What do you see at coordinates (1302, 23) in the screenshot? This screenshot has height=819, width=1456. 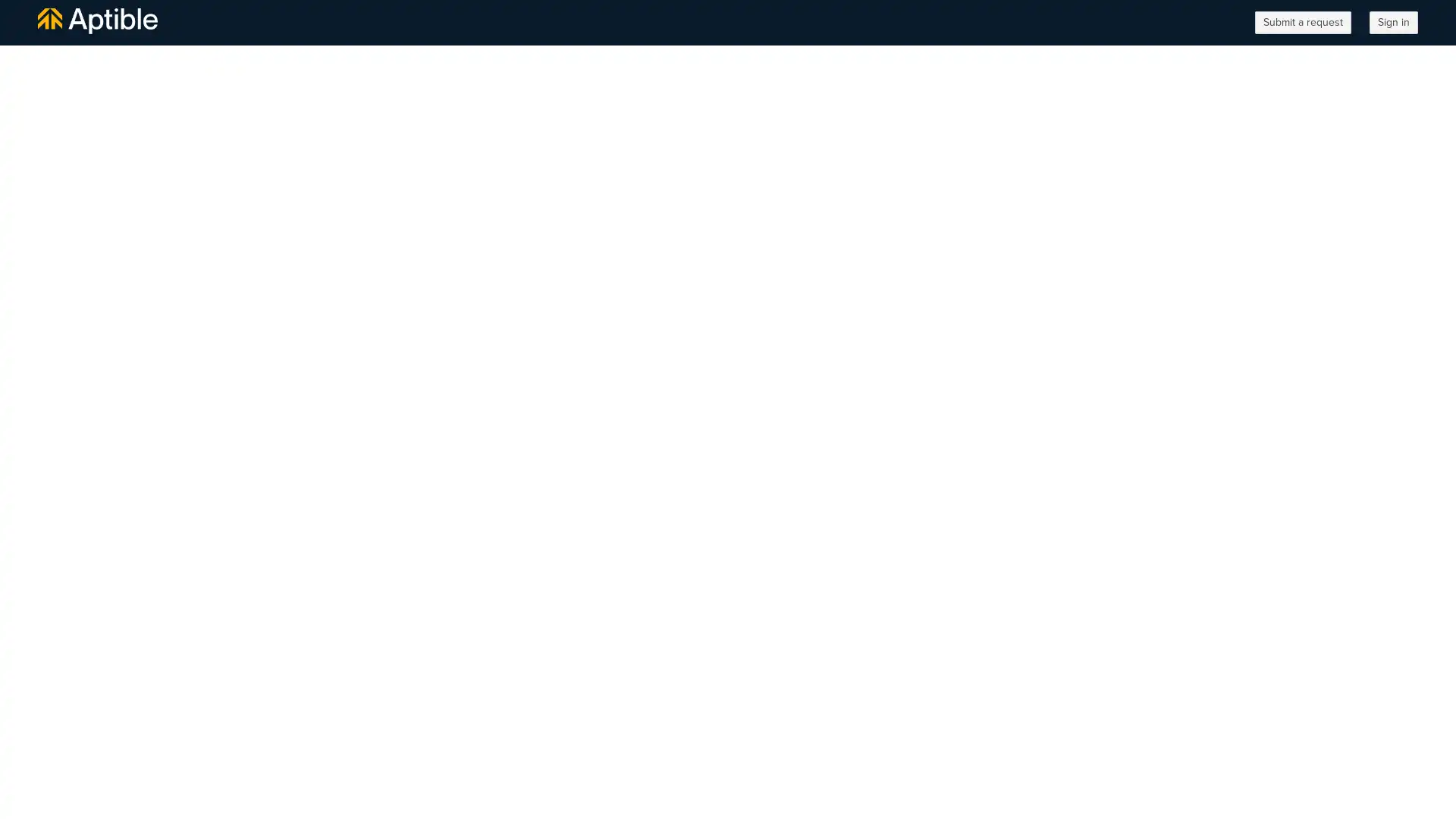 I see `Submit a request` at bounding box center [1302, 23].